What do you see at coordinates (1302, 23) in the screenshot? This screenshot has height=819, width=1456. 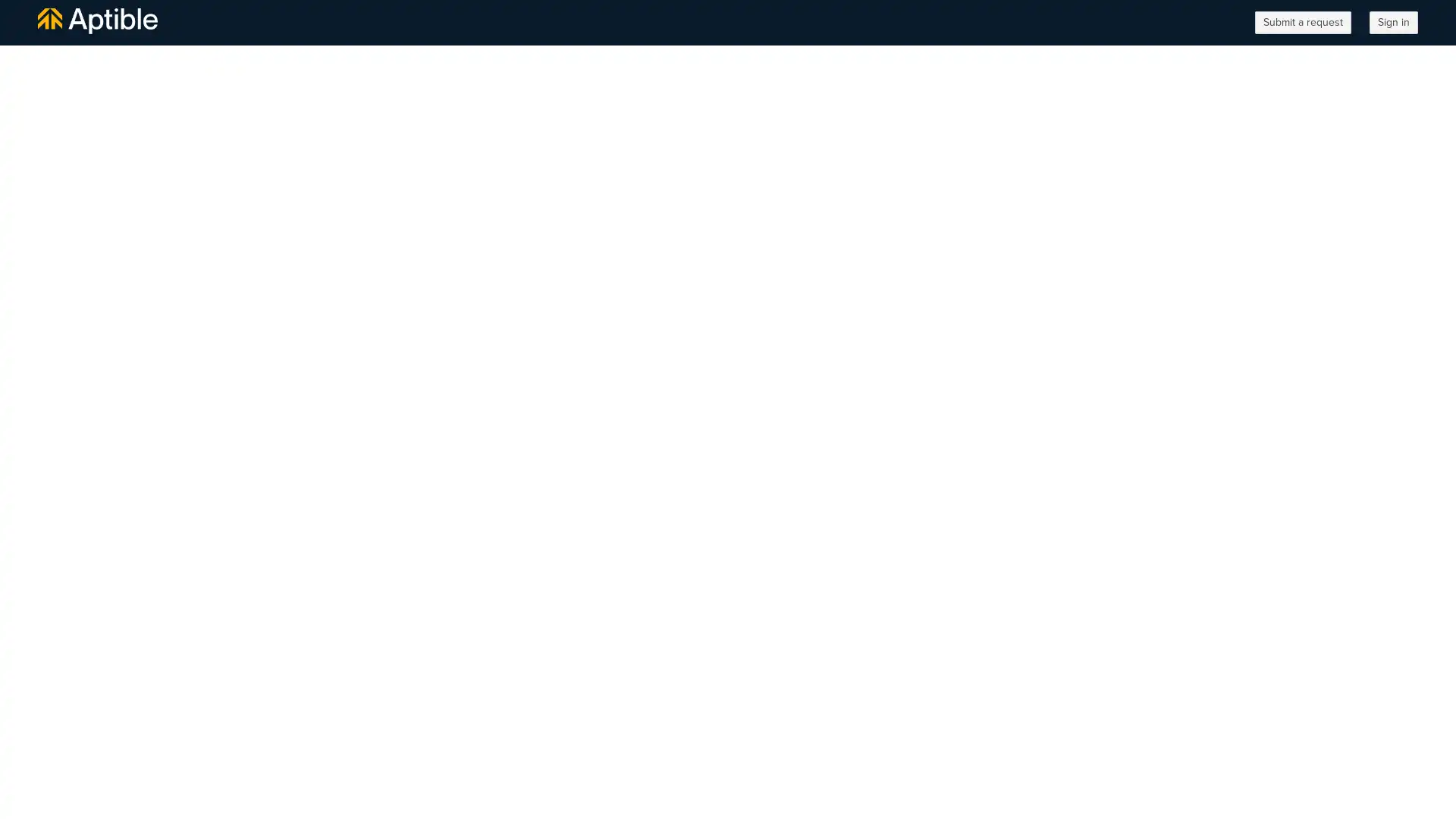 I see `Submit a request` at bounding box center [1302, 23].